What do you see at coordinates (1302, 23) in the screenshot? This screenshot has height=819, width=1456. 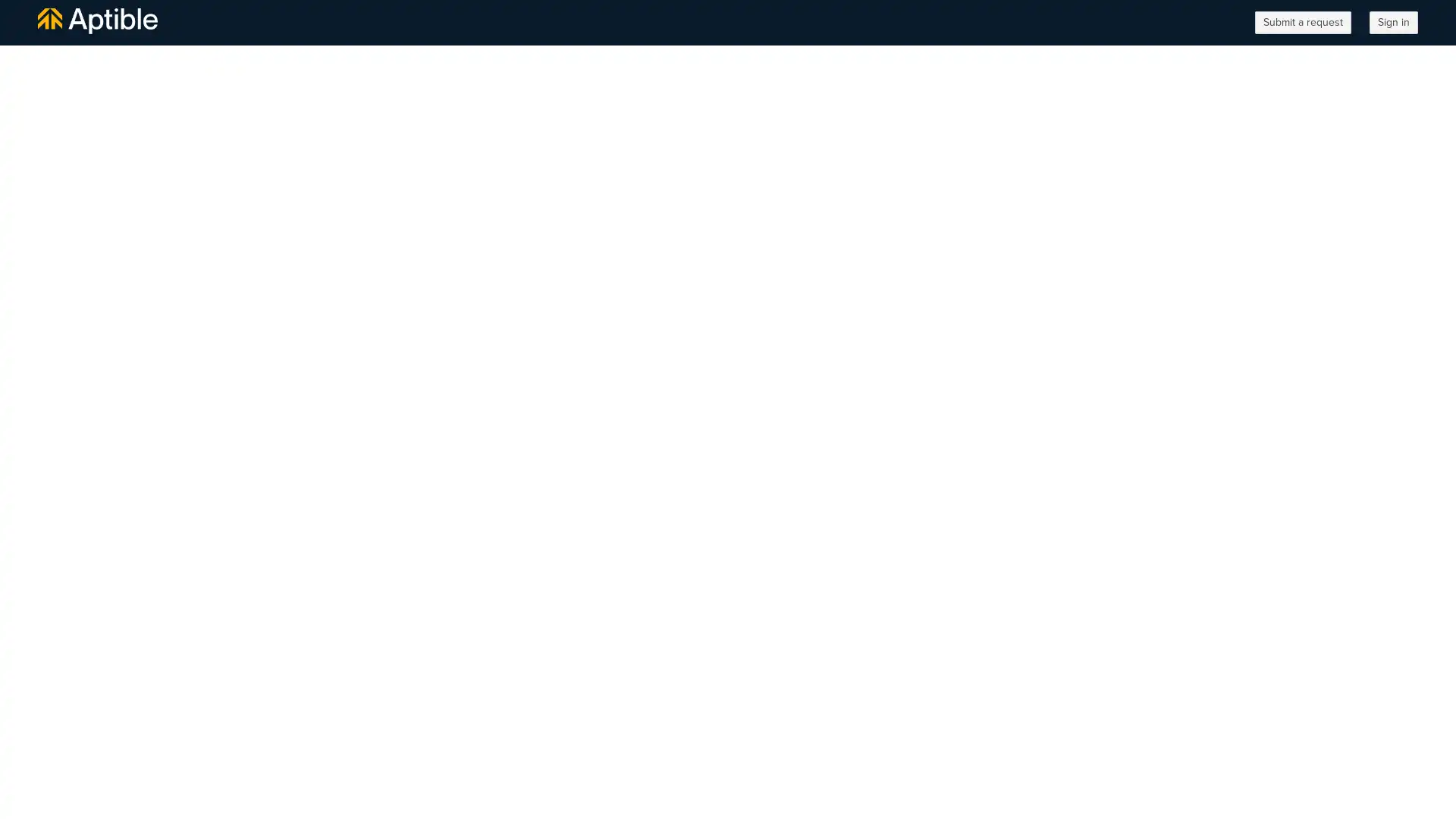 I see `Submit a request` at bounding box center [1302, 23].